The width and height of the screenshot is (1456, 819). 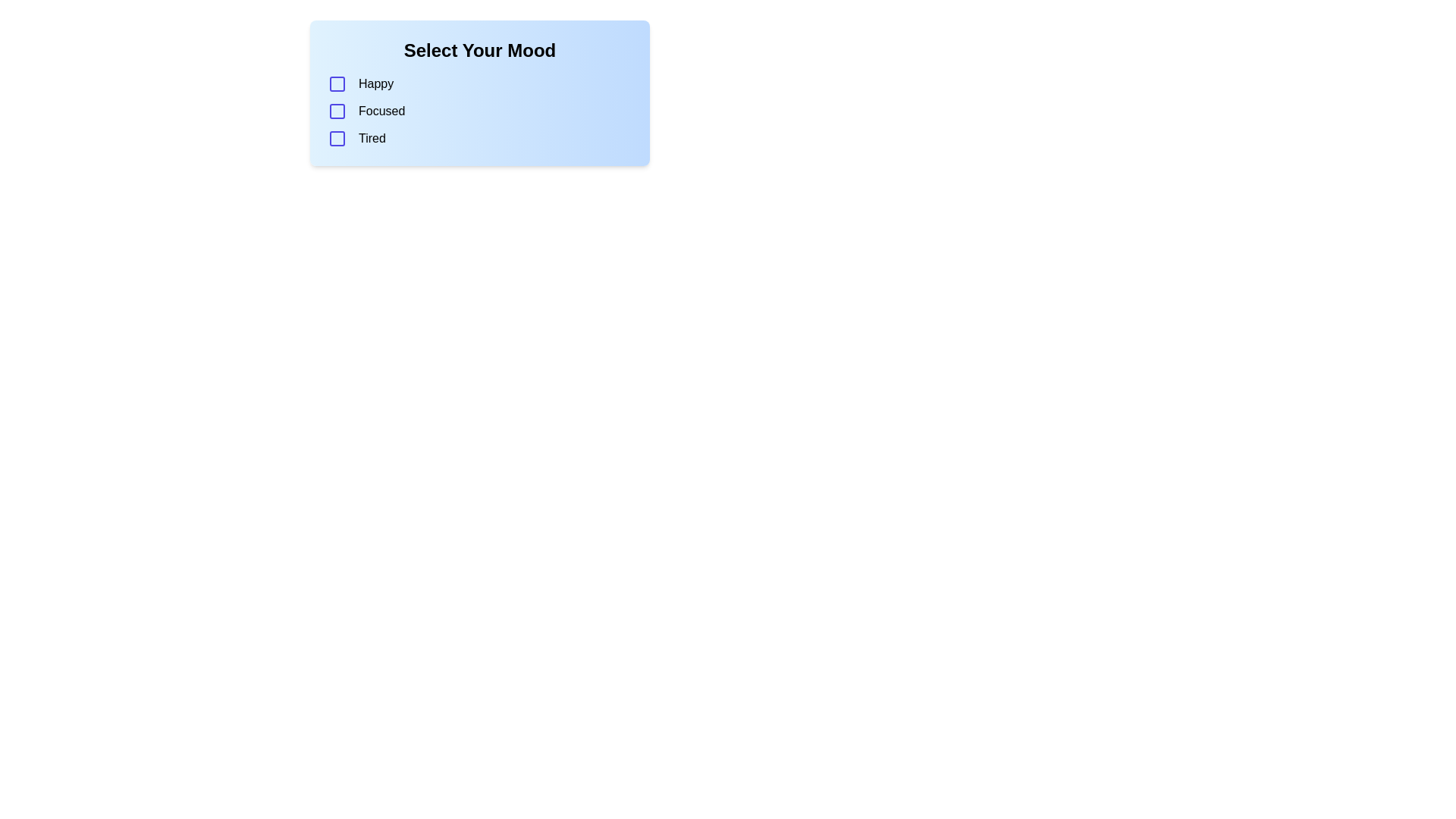 I want to click on the checkbox labeled 'Focused' which is the second option in the 'Select Your Mood' list, positioned between 'Happy' and 'Tired', so click(x=479, y=110).